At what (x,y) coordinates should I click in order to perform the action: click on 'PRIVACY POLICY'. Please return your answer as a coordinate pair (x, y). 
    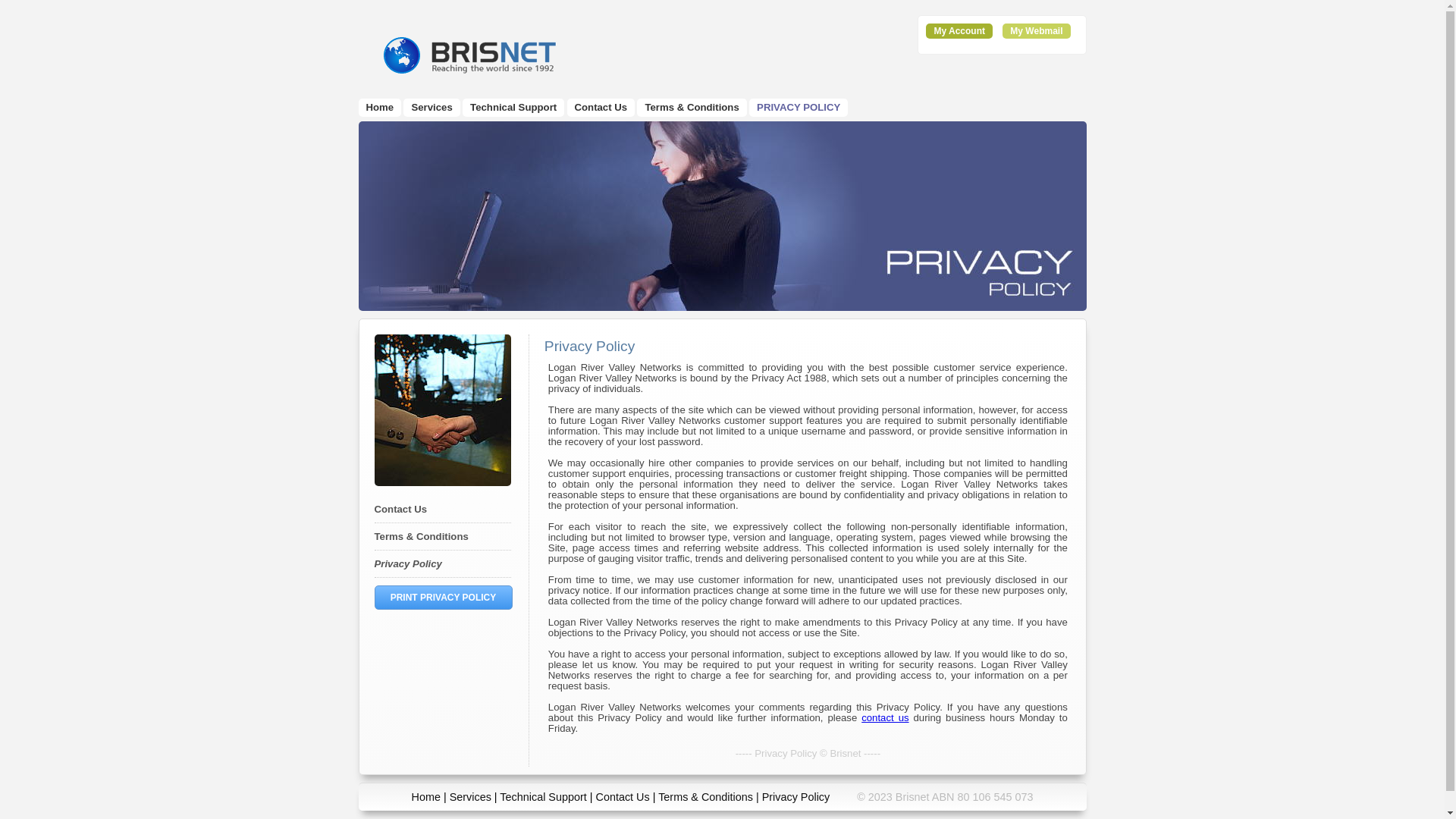
    Looking at the image, I should click on (797, 106).